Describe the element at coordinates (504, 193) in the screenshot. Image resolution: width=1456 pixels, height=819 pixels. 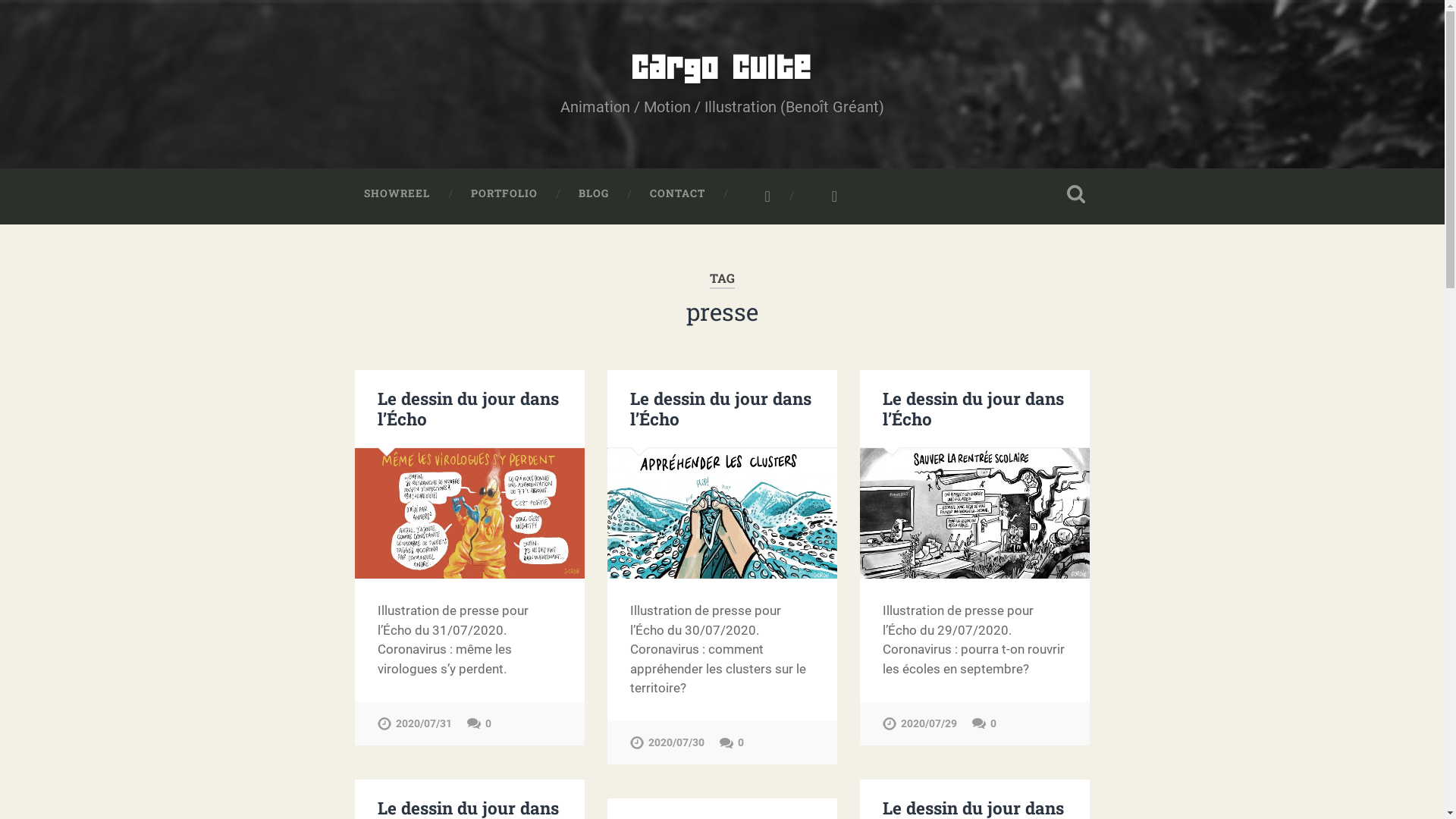
I see `'PORTFOLIO'` at that location.